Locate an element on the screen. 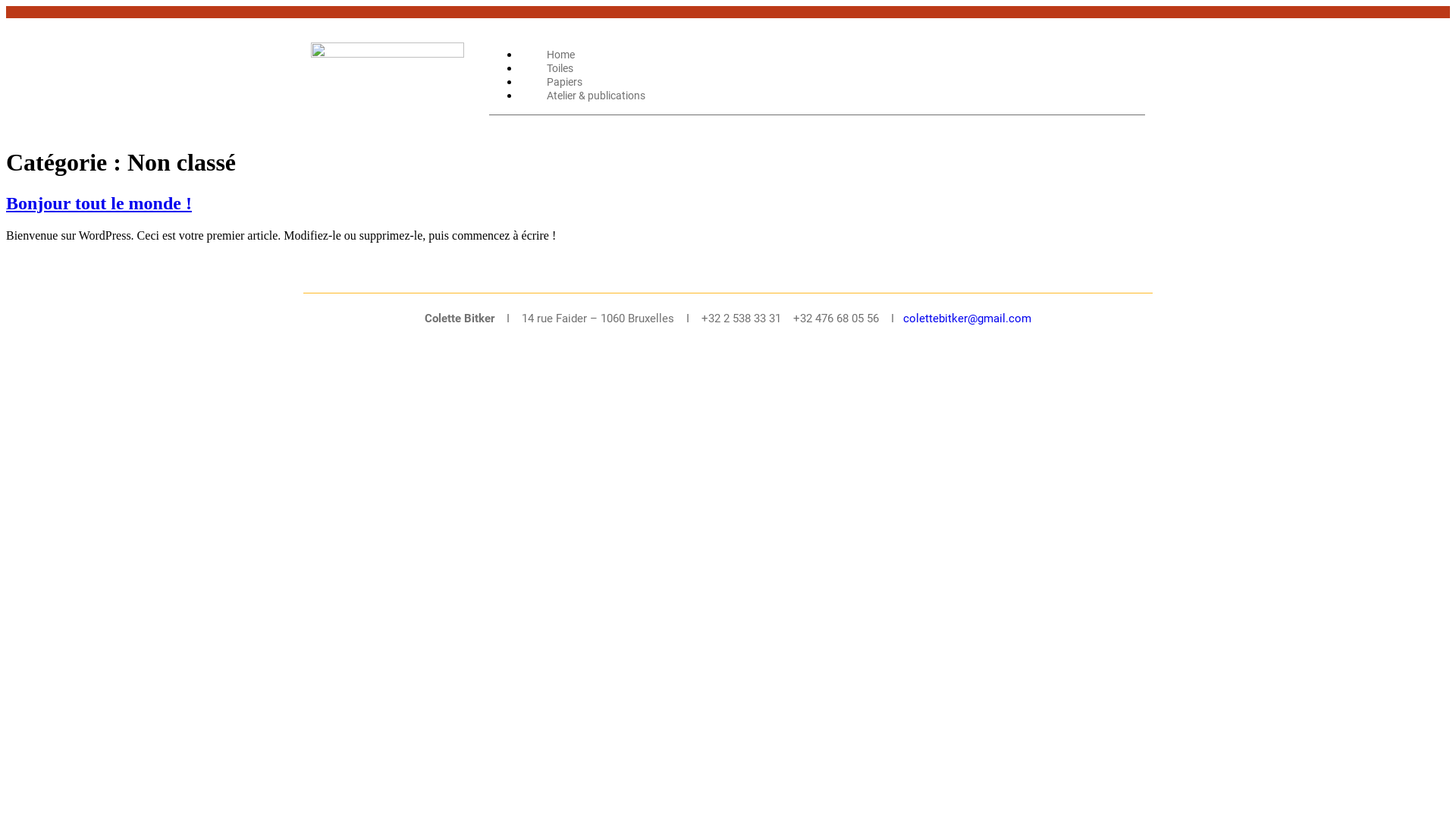 The height and width of the screenshot is (819, 1456). 'Home' is located at coordinates (560, 54).